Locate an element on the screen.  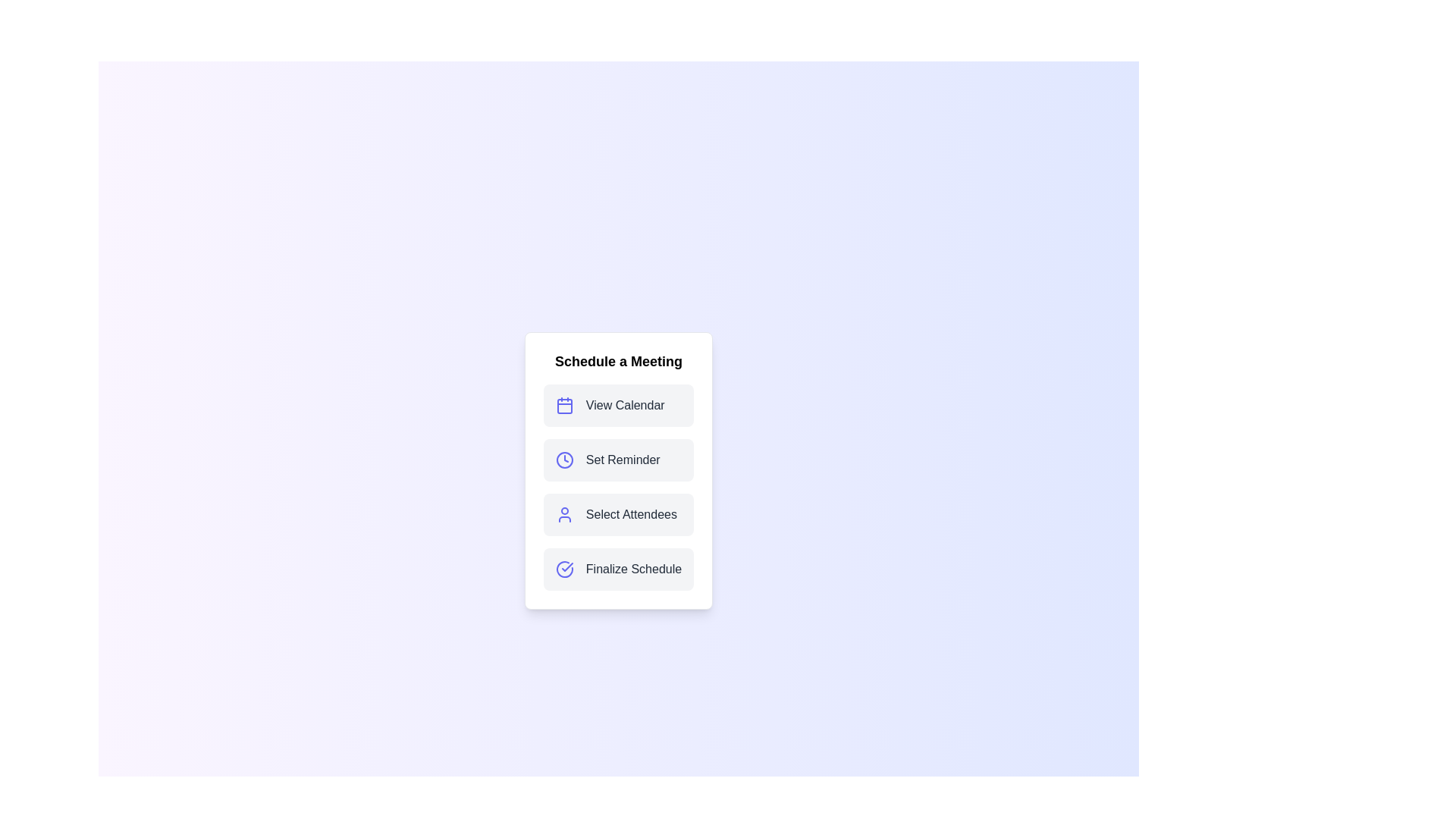
the Finalize Schedule menu option to trigger its action is located at coordinates (619, 570).